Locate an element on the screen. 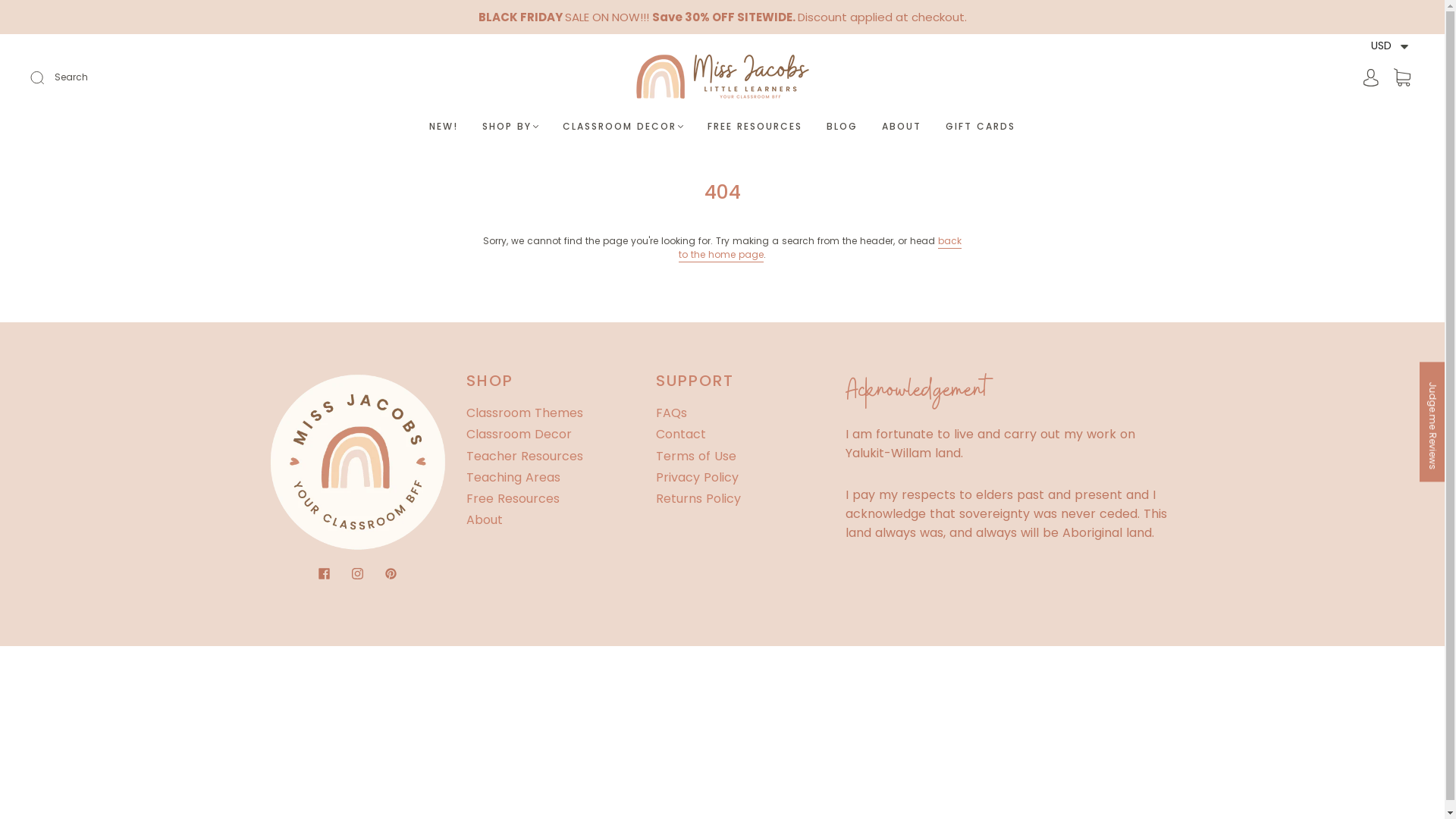 The width and height of the screenshot is (1456, 819). 'SHOP BY' is located at coordinates (481, 125).